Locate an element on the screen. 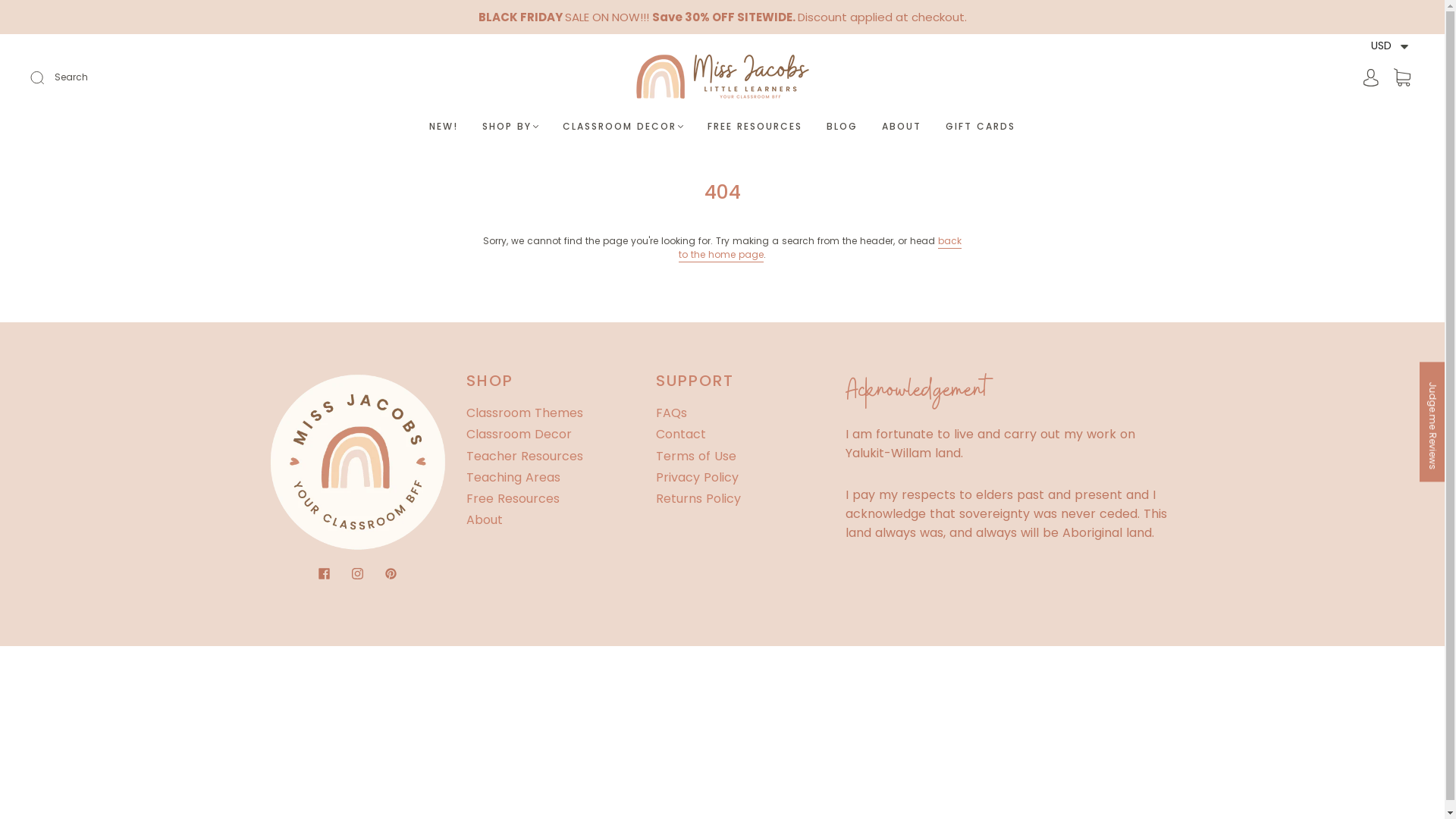 The width and height of the screenshot is (1456, 819). 'SHOP BY' is located at coordinates (481, 125).